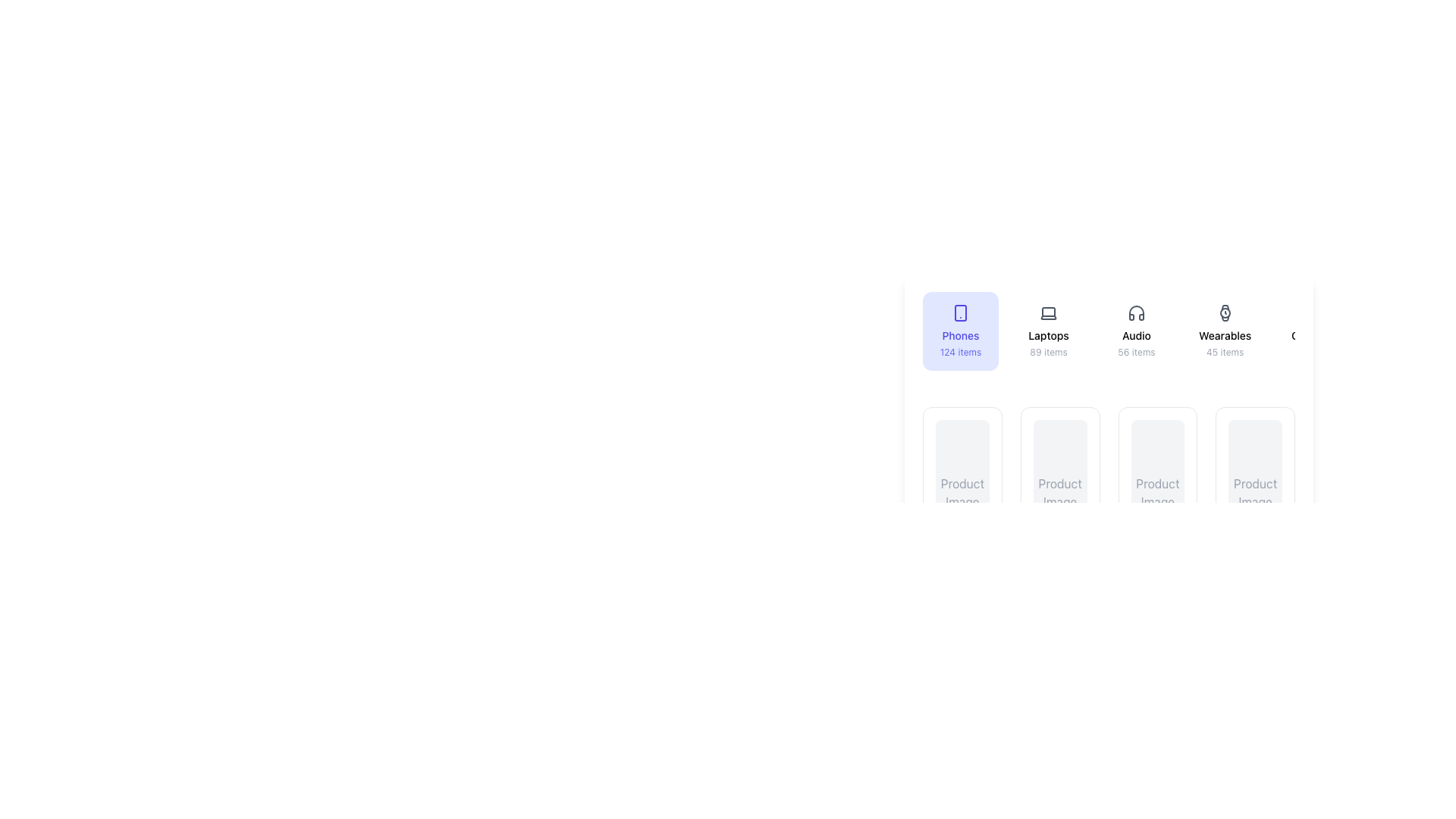 This screenshot has height=819, width=1456. I want to click on the static text label displaying '56 items' located below the title 'Audio' in the header navigation row, so click(1136, 353).